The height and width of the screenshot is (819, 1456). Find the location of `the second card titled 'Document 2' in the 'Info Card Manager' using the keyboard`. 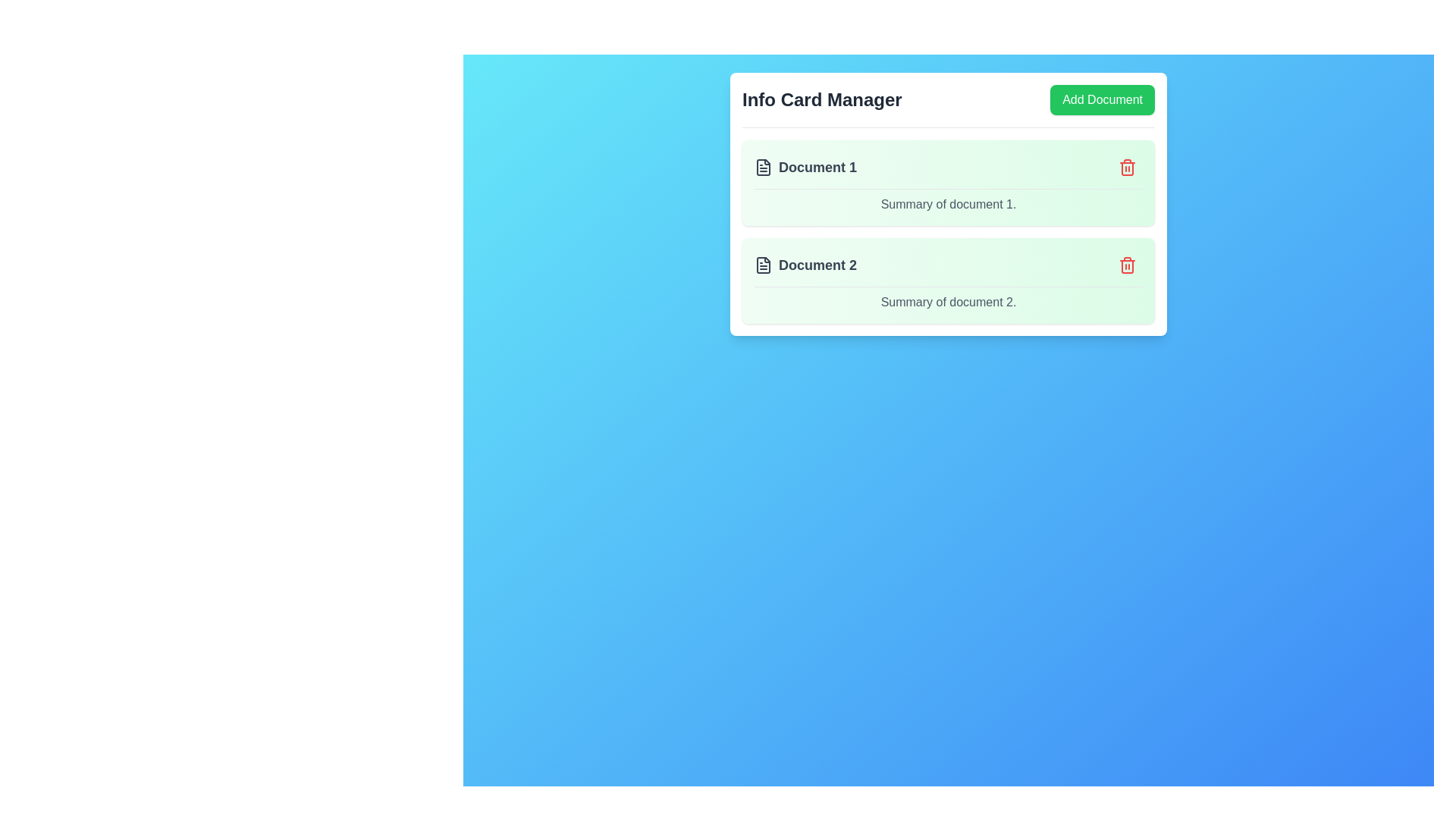

the second card titled 'Document 2' in the 'Info Card Manager' using the keyboard is located at coordinates (948, 268).